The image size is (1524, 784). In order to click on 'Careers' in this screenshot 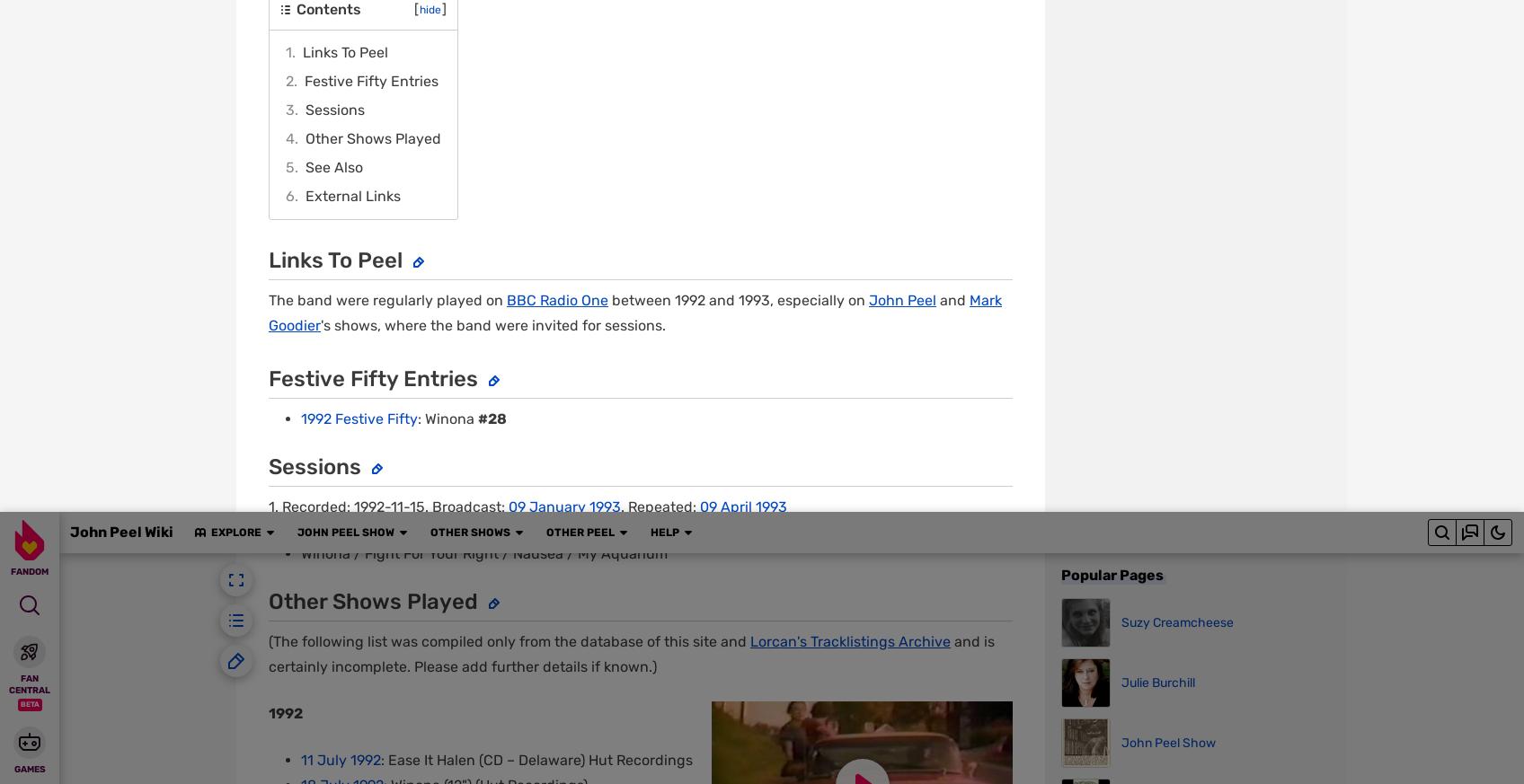, I will do `click(597, 760)`.